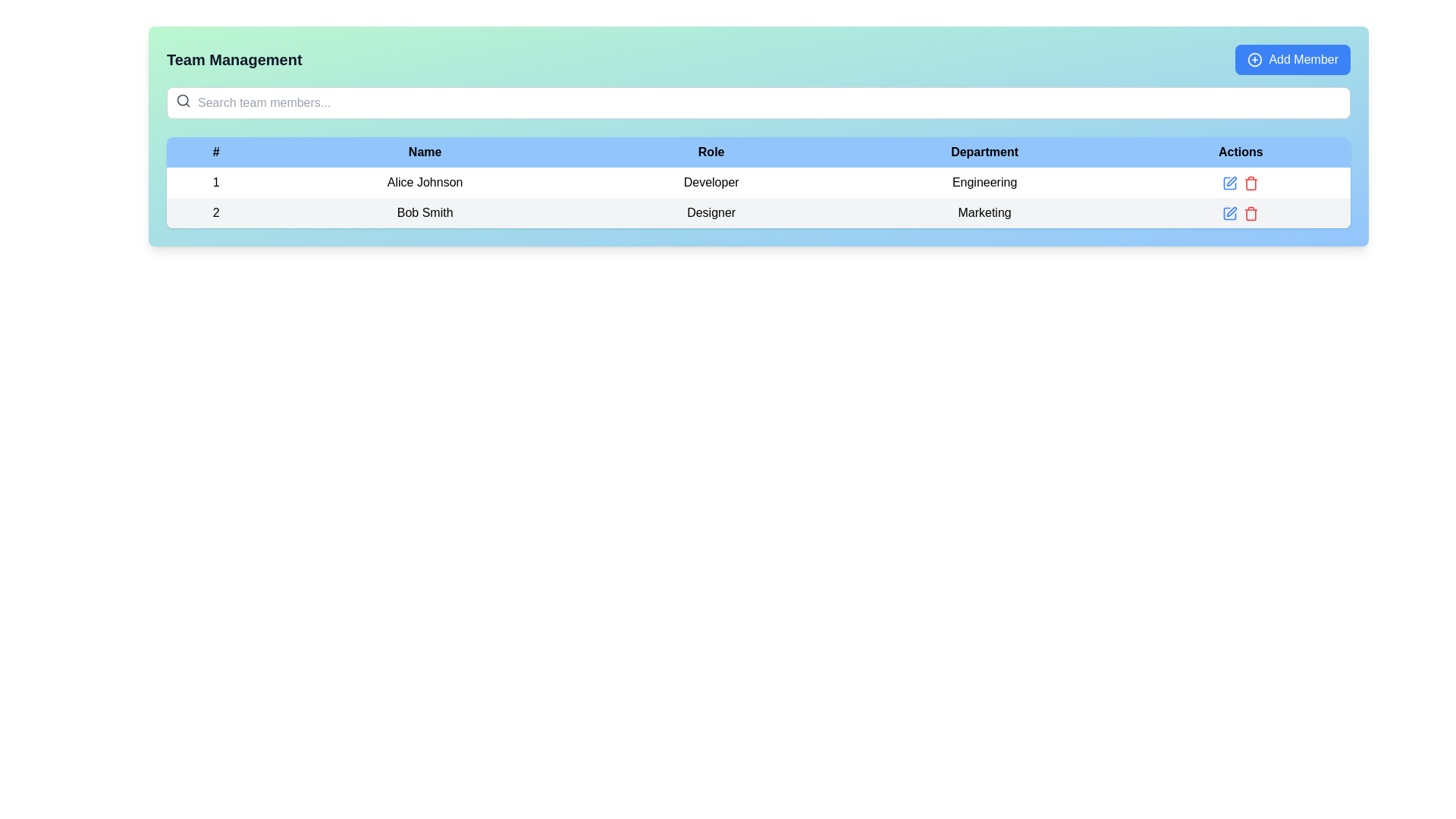 The image size is (1456, 819). What do you see at coordinates (425, 213) in the screenshot?
I see `the text label displaying 'Bob Smith', which is the second cell in the 'Name' column of a table, located directly below 'Alice Johnson'` at bounding box center [425, 213].